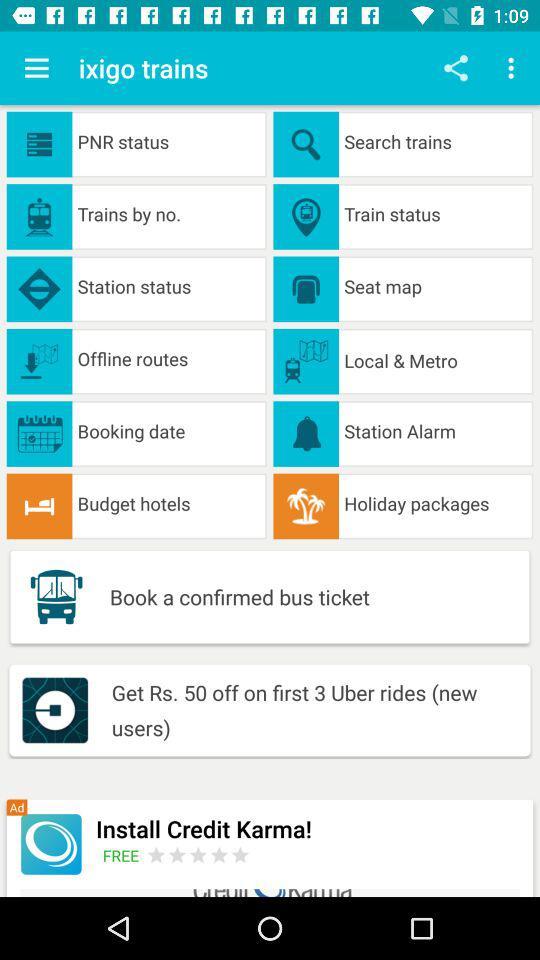 This screenshot has width=540, height=960. What do you see at coordinates (51, 843) in the screenshot?
I see `install app` at bounding box center [51, 843].